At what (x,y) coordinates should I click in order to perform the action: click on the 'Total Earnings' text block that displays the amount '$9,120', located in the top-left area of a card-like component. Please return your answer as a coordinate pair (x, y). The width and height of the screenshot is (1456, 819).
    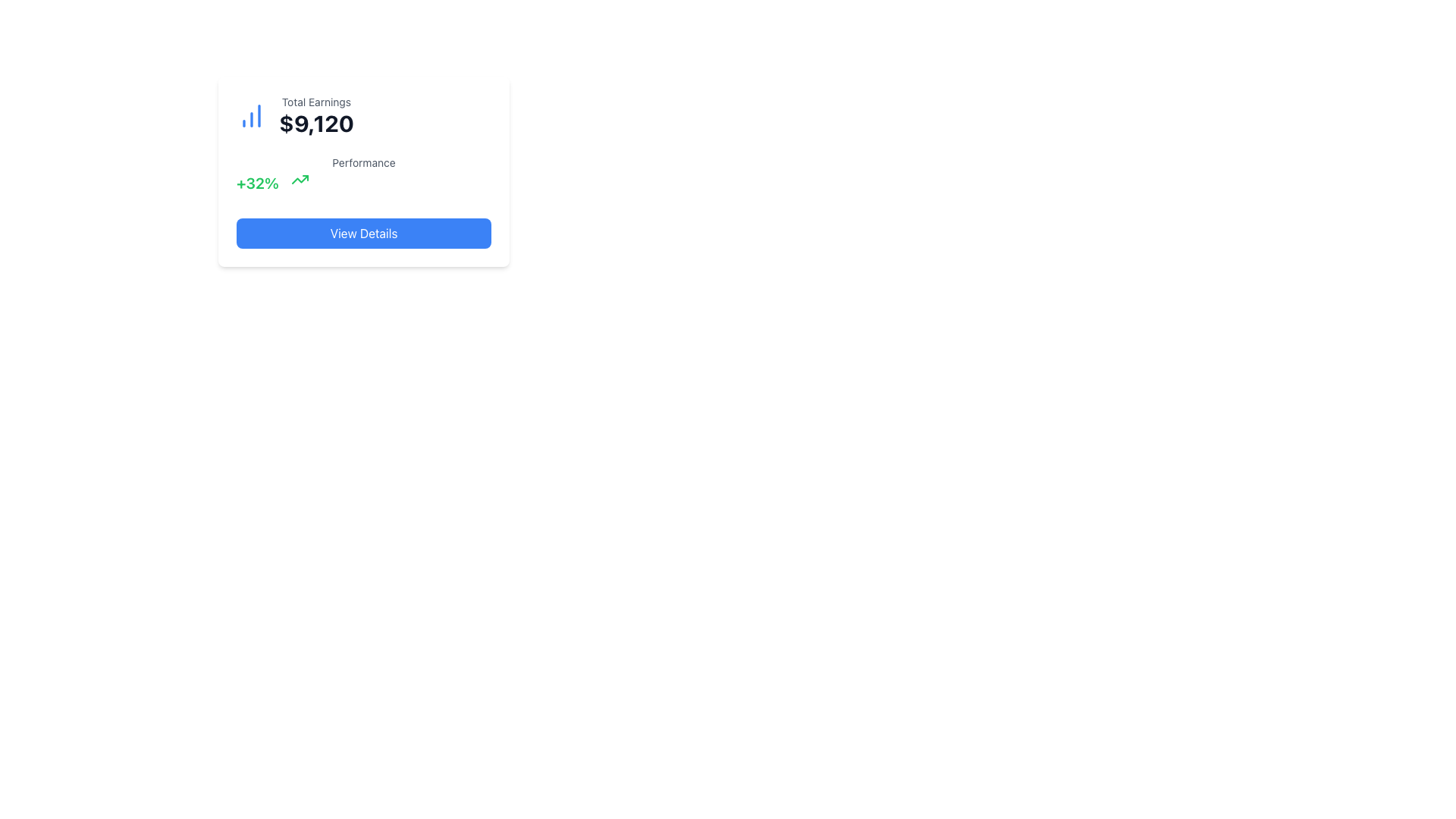
    Looking at the image, I should click on (315, 115).